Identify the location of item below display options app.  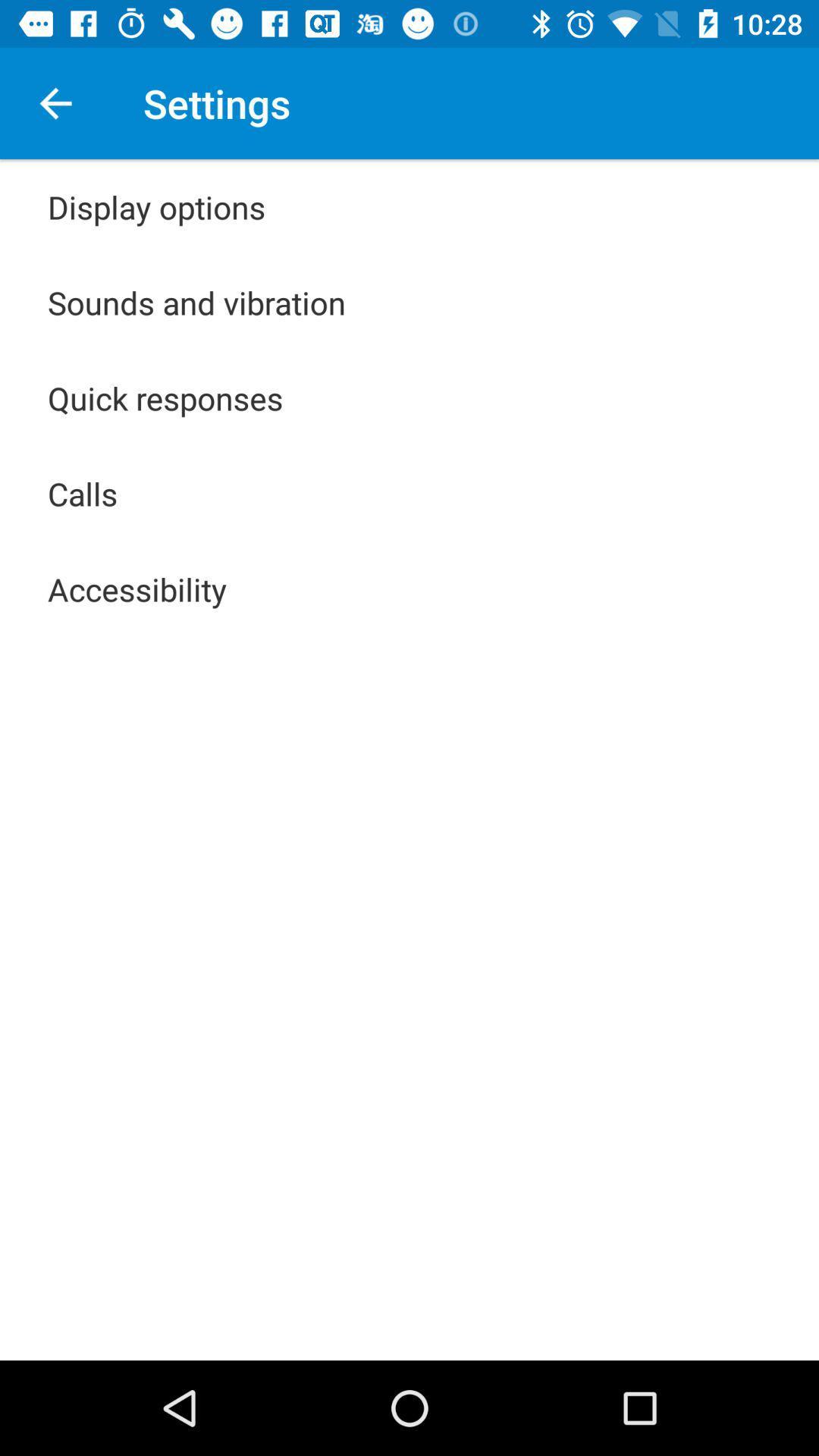
(196, 302).